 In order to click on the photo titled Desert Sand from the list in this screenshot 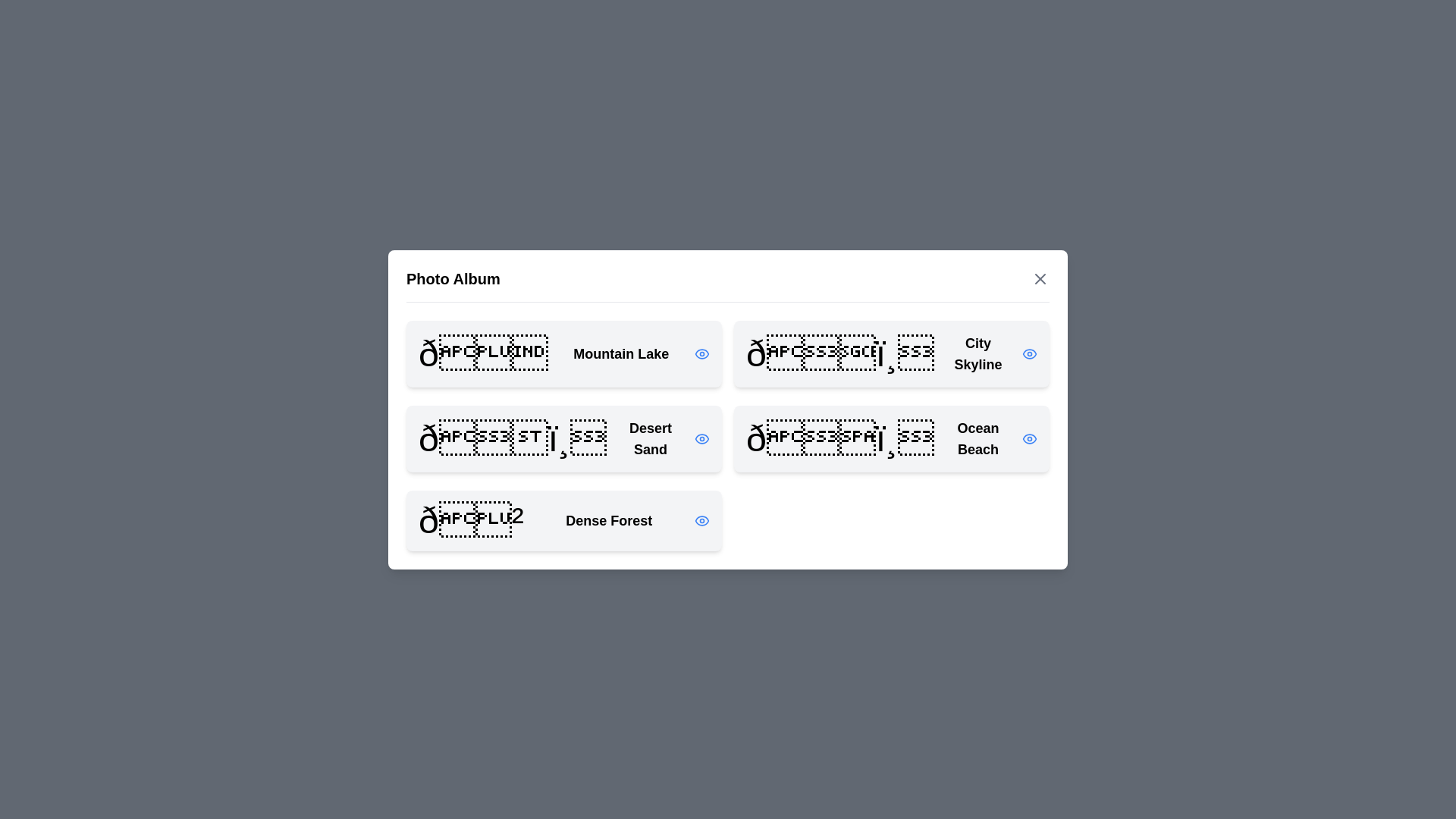, I will do `click(563, 438)`.